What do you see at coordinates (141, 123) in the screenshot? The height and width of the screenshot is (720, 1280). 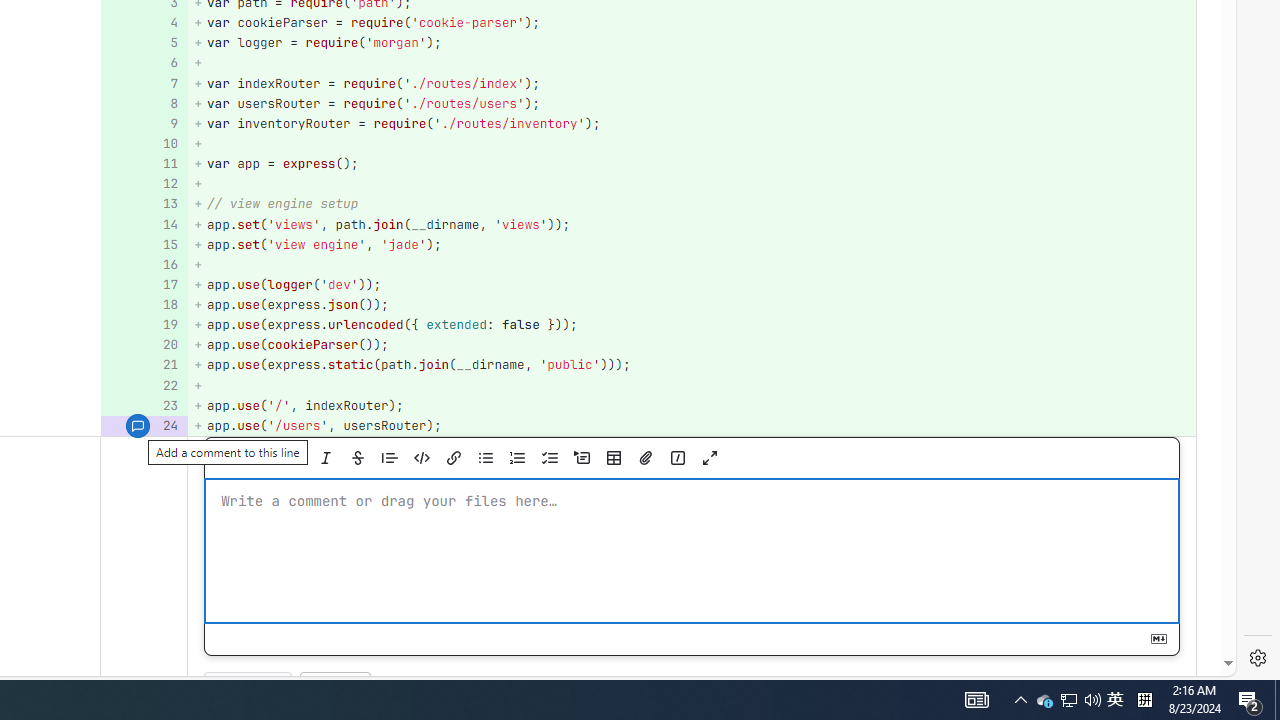 I see `'9'` at bounding box center [141, 123].